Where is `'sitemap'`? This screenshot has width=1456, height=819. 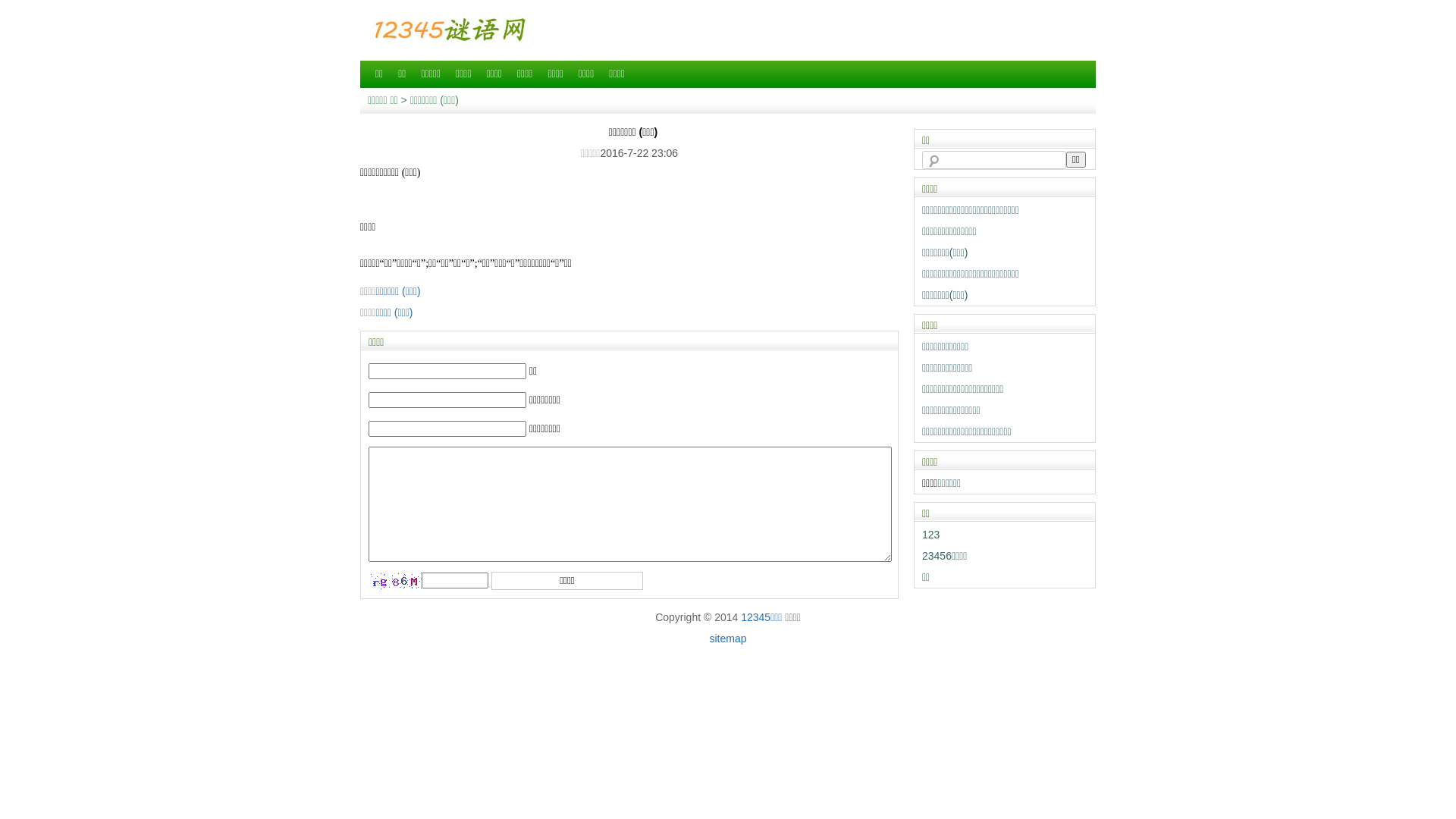 'sitemap' is located at coordinates (726, 638).